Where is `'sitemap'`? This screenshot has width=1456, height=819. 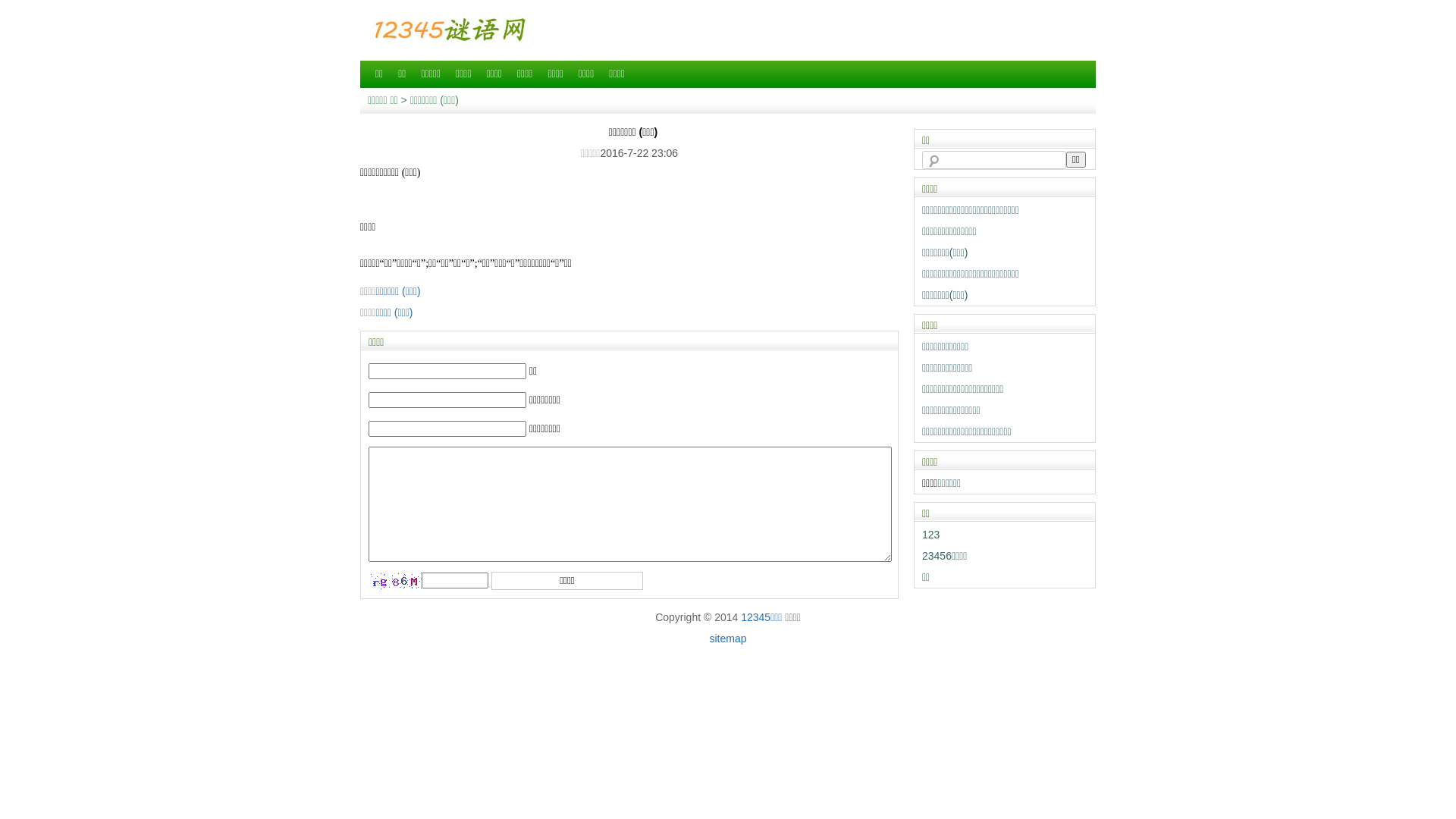 'sitemap' is located at coordinates (726, 638).